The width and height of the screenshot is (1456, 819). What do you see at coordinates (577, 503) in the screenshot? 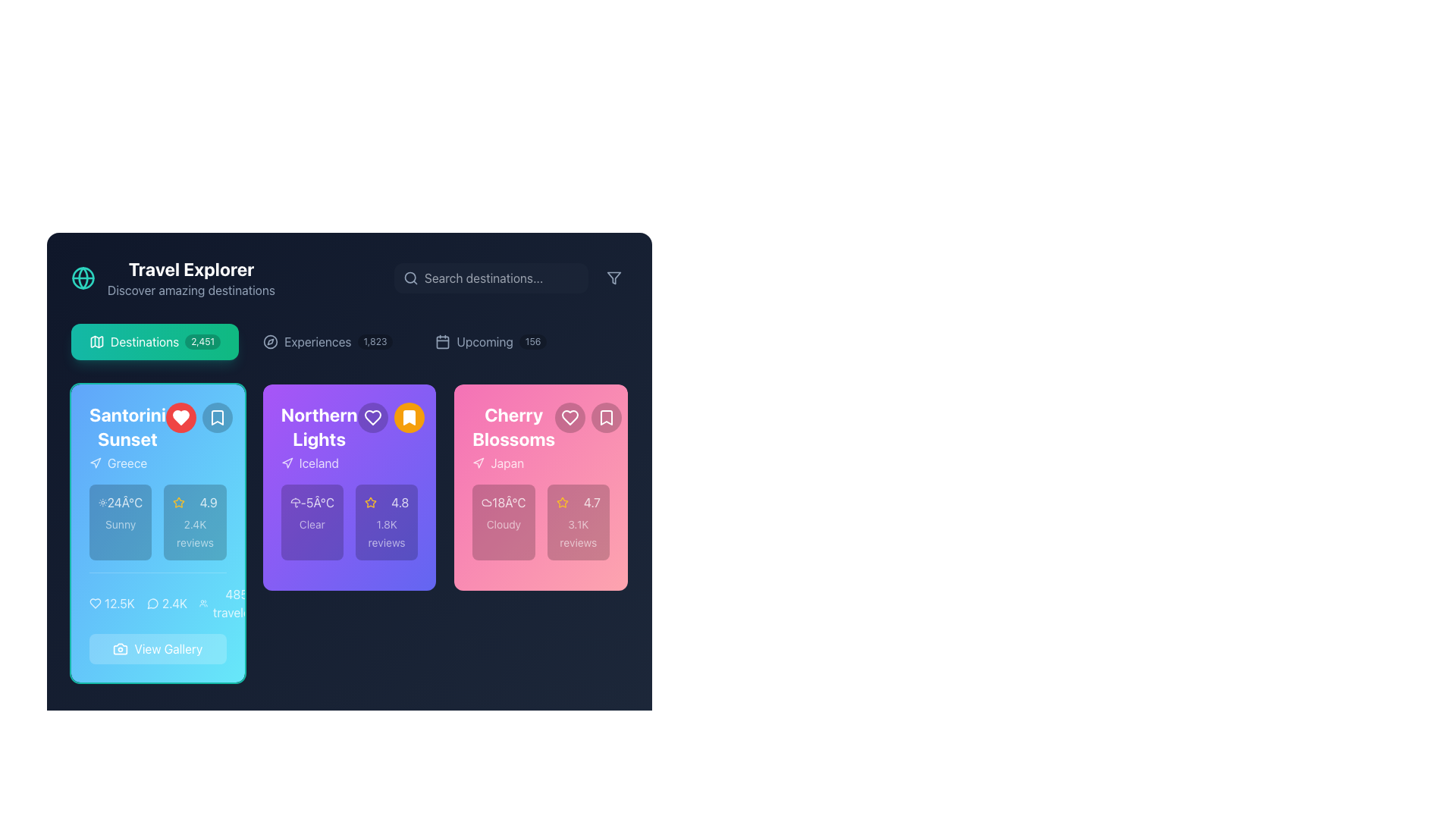
I see `the rating details associated with the score displayed in the rating indicator, which shows a score of 4.7 alongside a star representation, located in the upper portion of a pink card` at bounding box center [577, 503].